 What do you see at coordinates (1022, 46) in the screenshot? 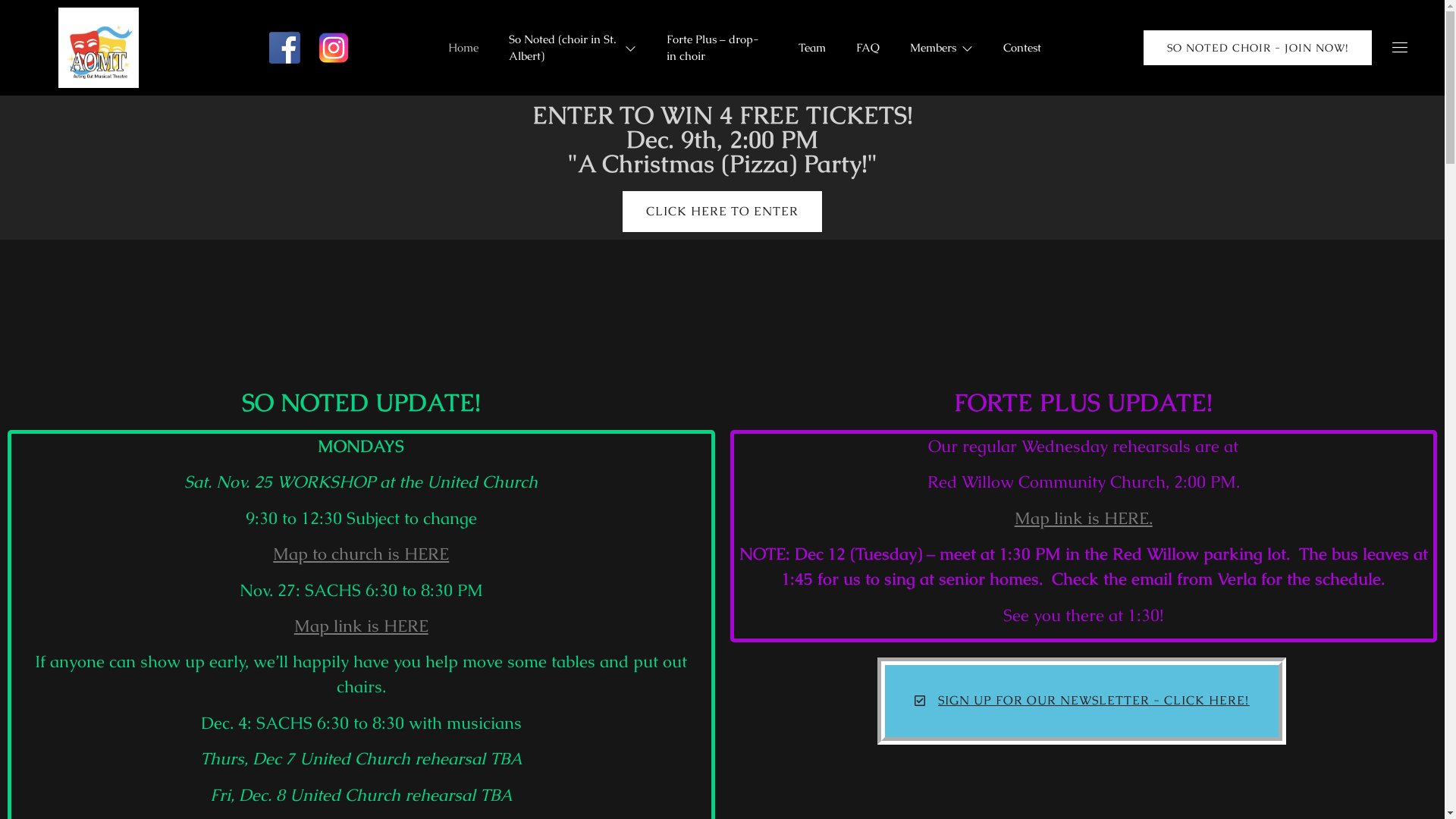
I see `'Contest'` at bounding box center [1022, 46].